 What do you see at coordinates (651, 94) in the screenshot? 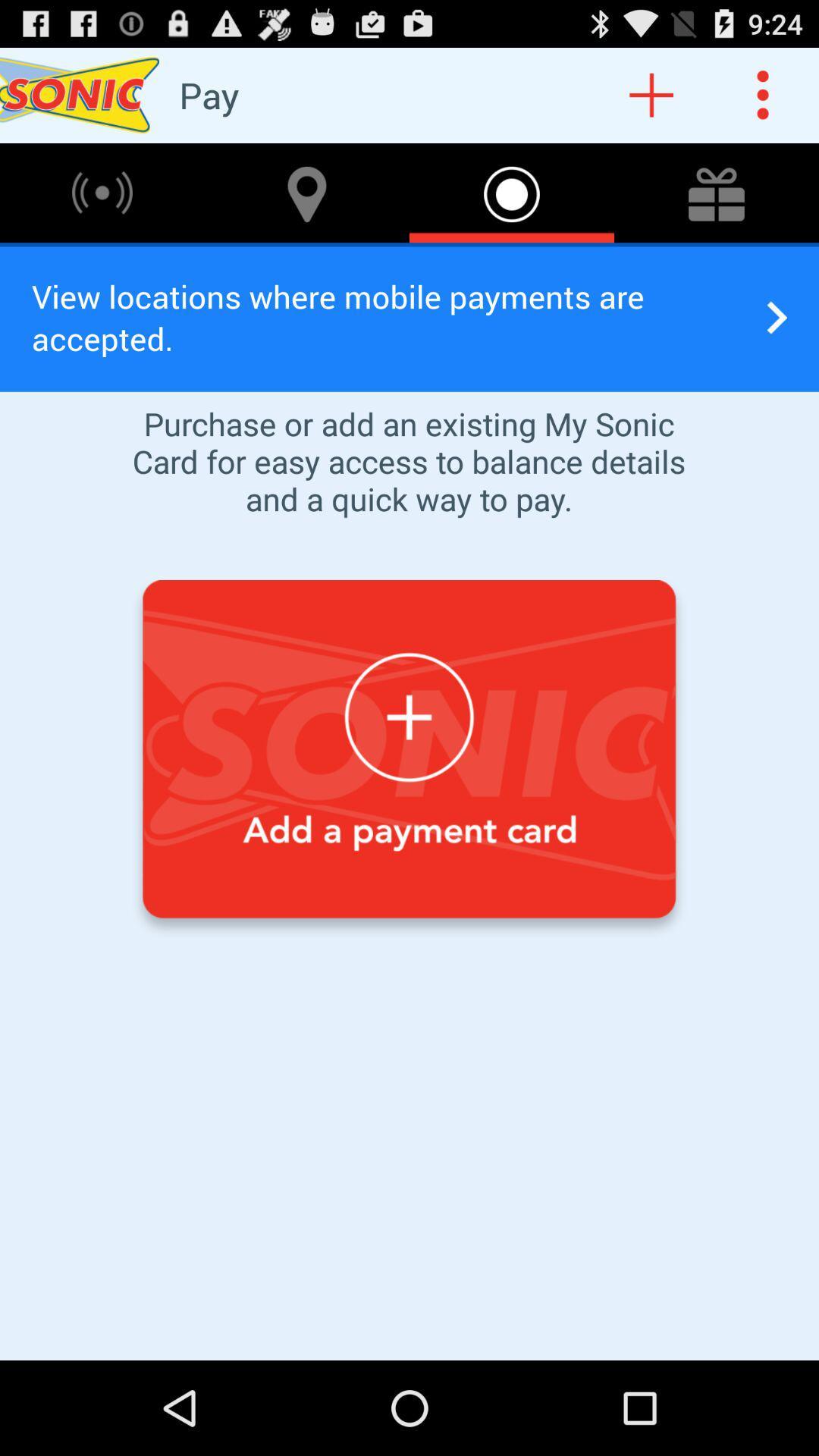
I see `the add icon on the top right of the page` at bounding box center [651, 94].